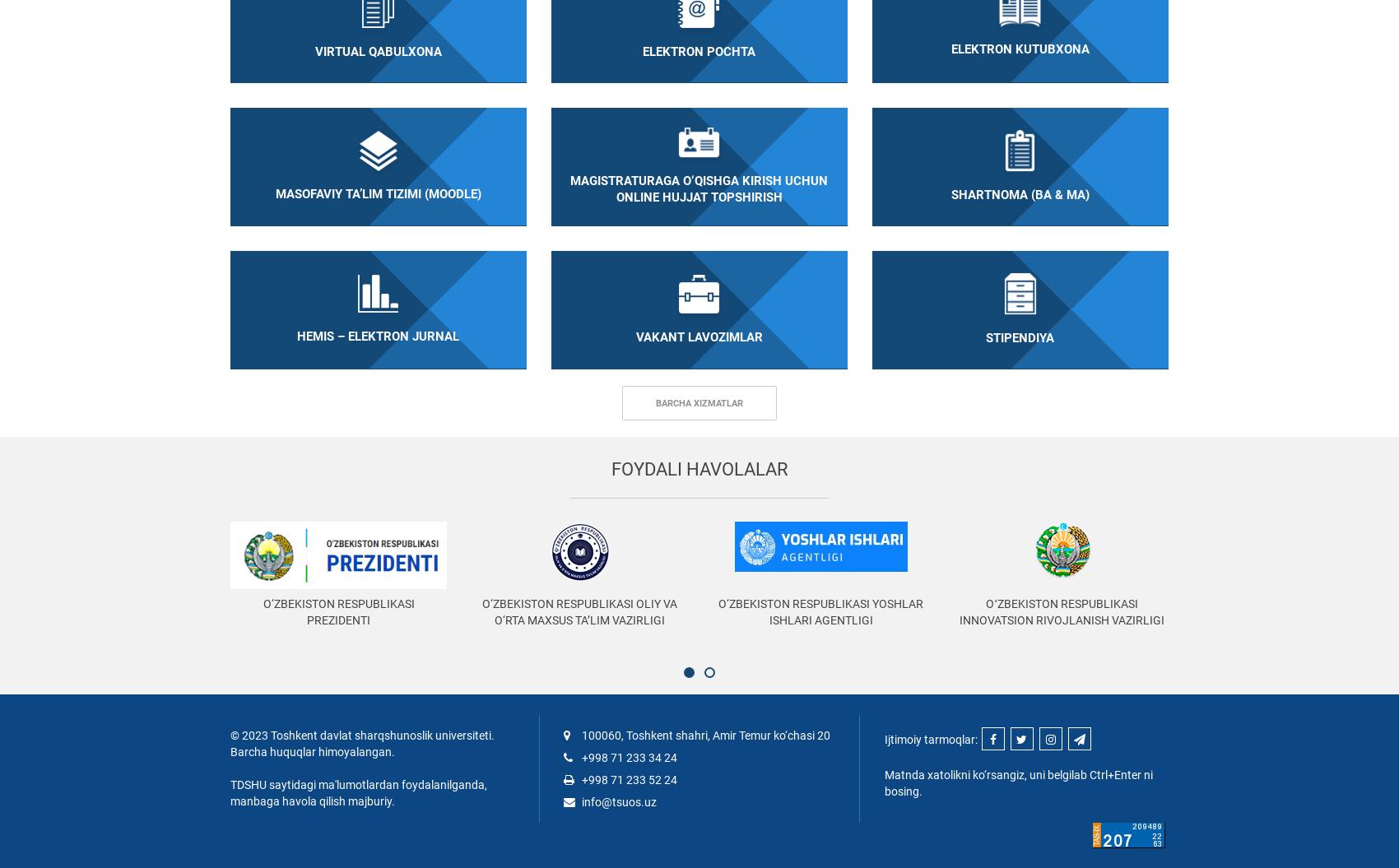 The height and width of the screenshot is (868, 1399). I want to click on 'Barcha xizmatlar', so click(699, 402).